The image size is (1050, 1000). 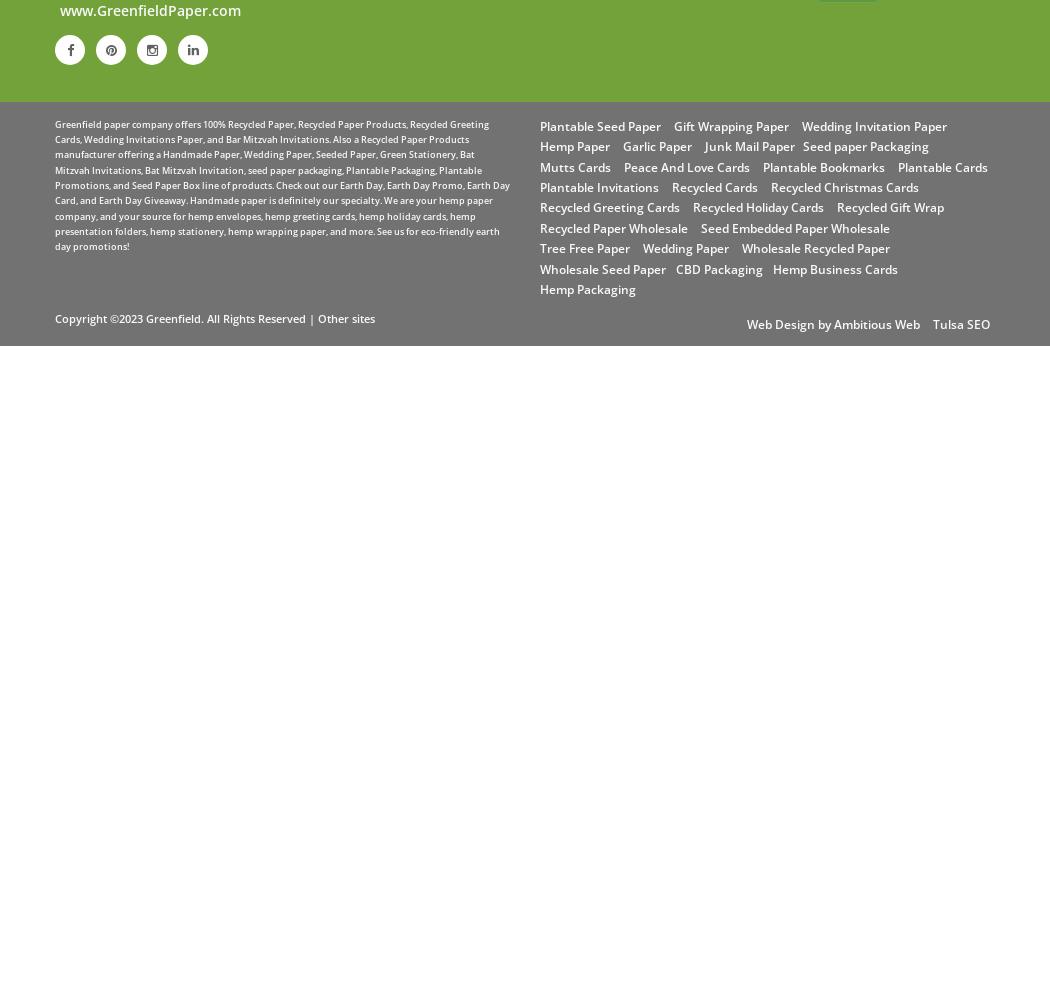 What do you see at coordinates (84, 139) in the screenshot?
I see `'Wedding 
					Invitations Paper'` at bounding box center [84, 139].